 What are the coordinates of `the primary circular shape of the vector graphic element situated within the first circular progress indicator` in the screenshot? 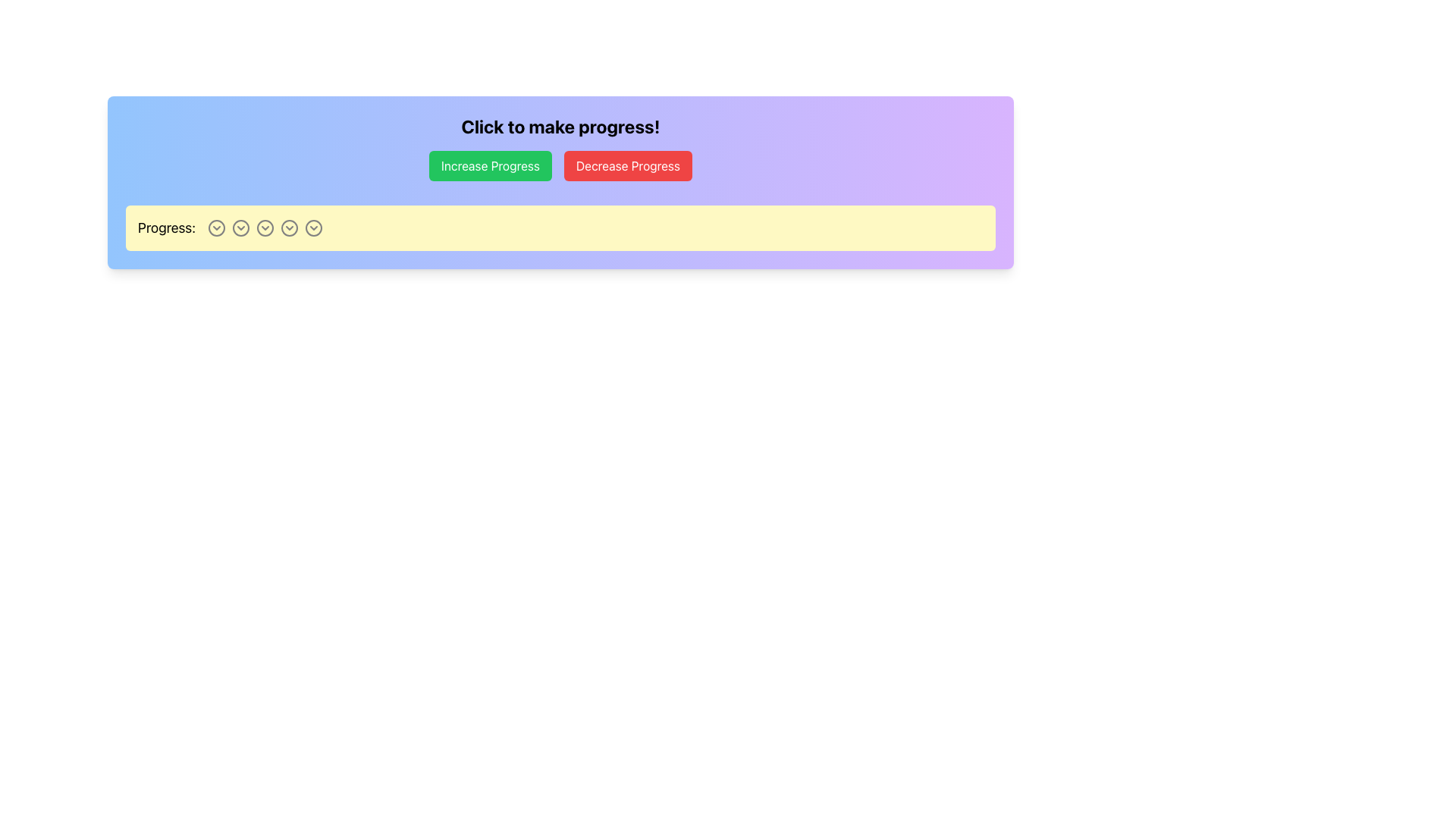 It's located at (216, 227).